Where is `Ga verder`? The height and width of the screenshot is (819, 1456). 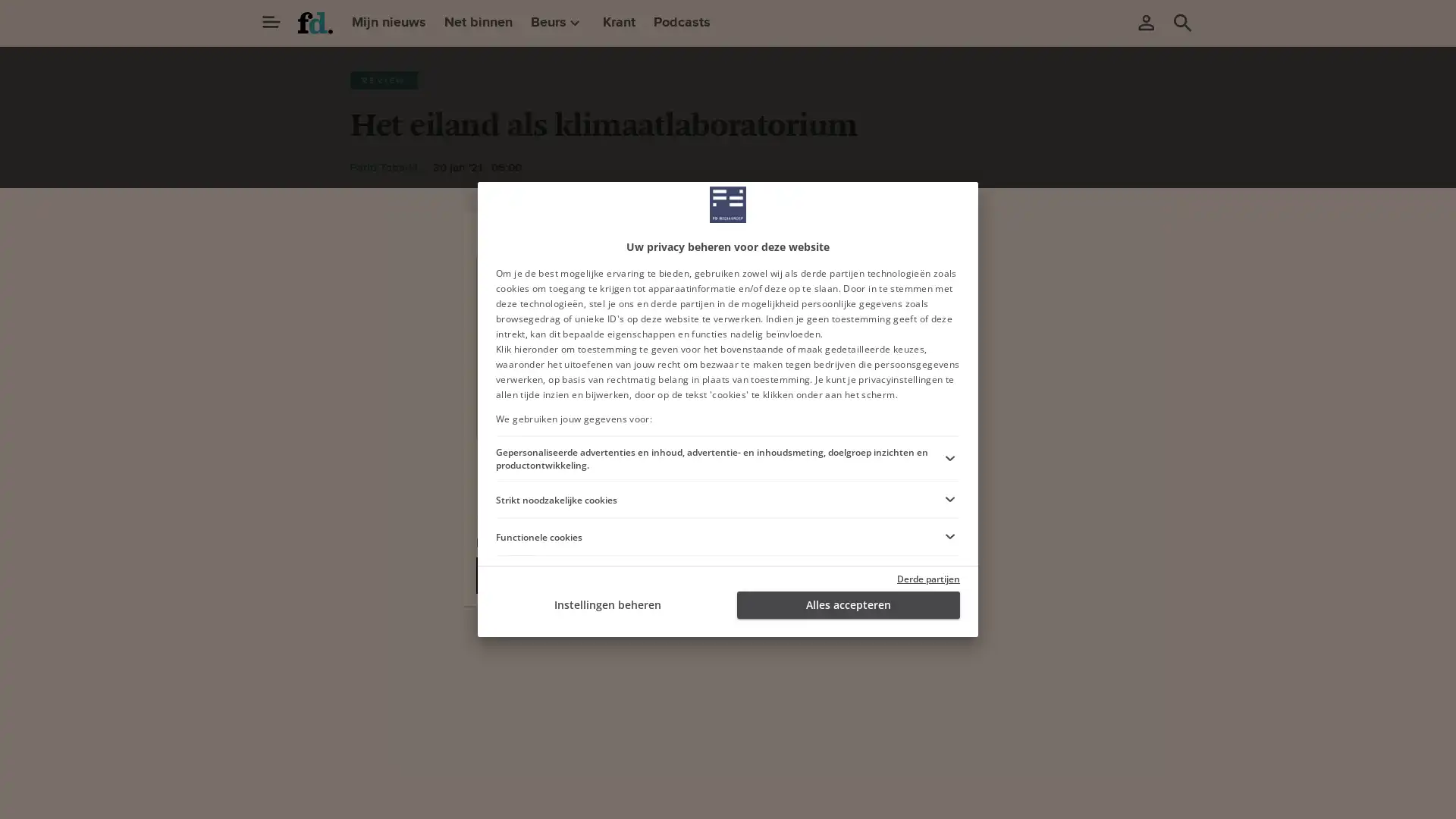
Ga verder is located at coordinates (607, 408).